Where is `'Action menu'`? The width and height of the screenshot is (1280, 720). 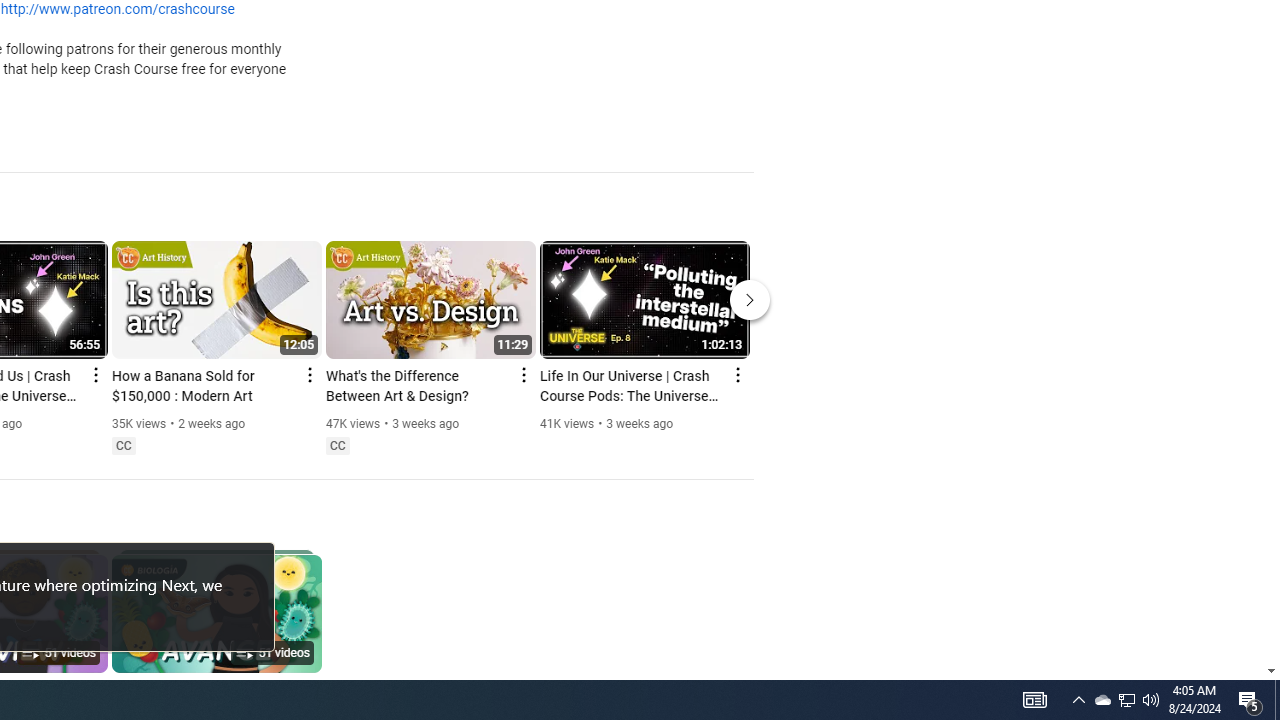
'Action menu' is located at coordinates (736, 375).